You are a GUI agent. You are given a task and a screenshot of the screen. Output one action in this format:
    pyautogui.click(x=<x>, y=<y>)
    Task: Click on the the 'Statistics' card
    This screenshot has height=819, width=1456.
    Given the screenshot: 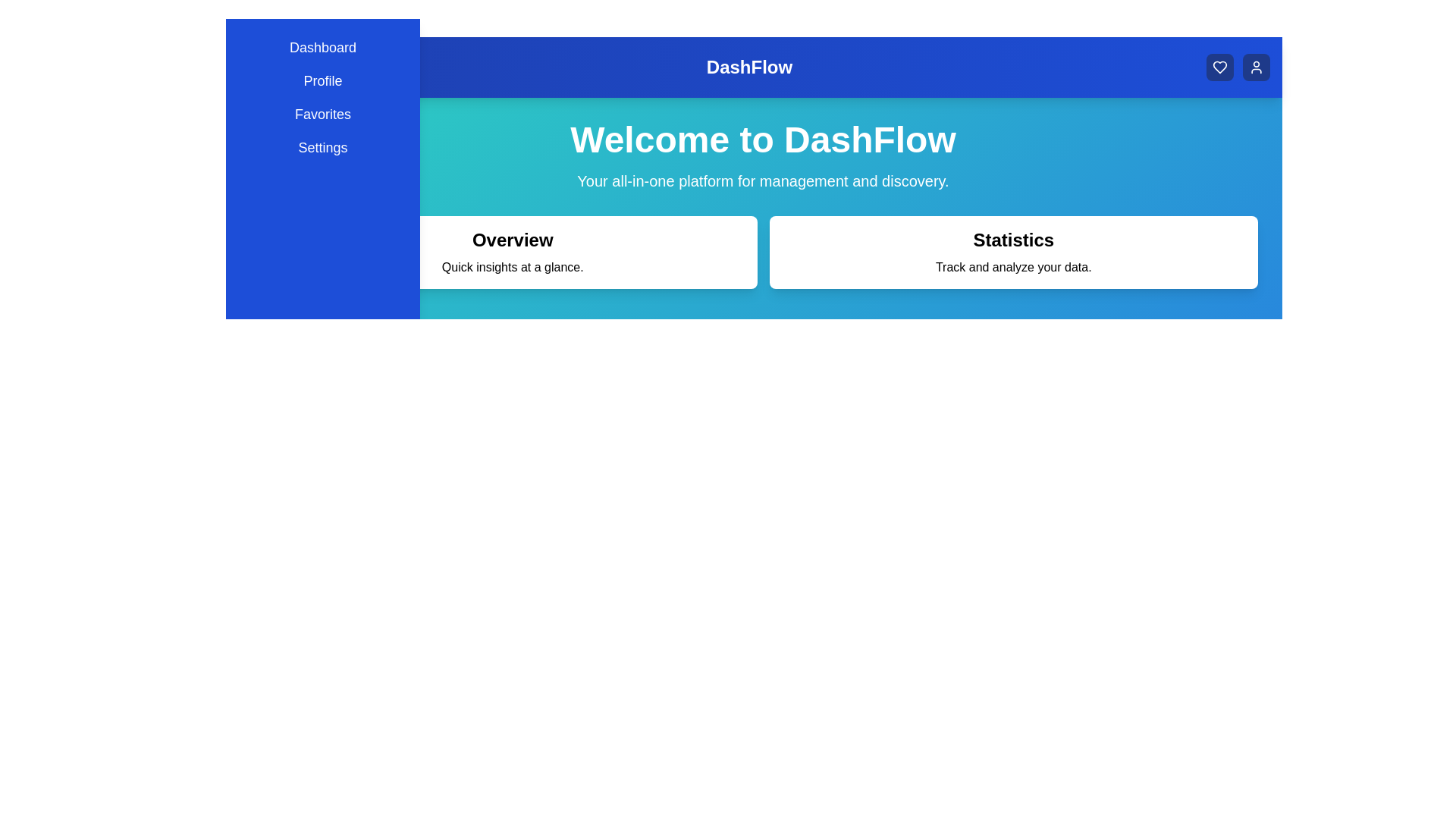 What is the action you would take?
    pyautogui.click(x=1013, y=251)
    